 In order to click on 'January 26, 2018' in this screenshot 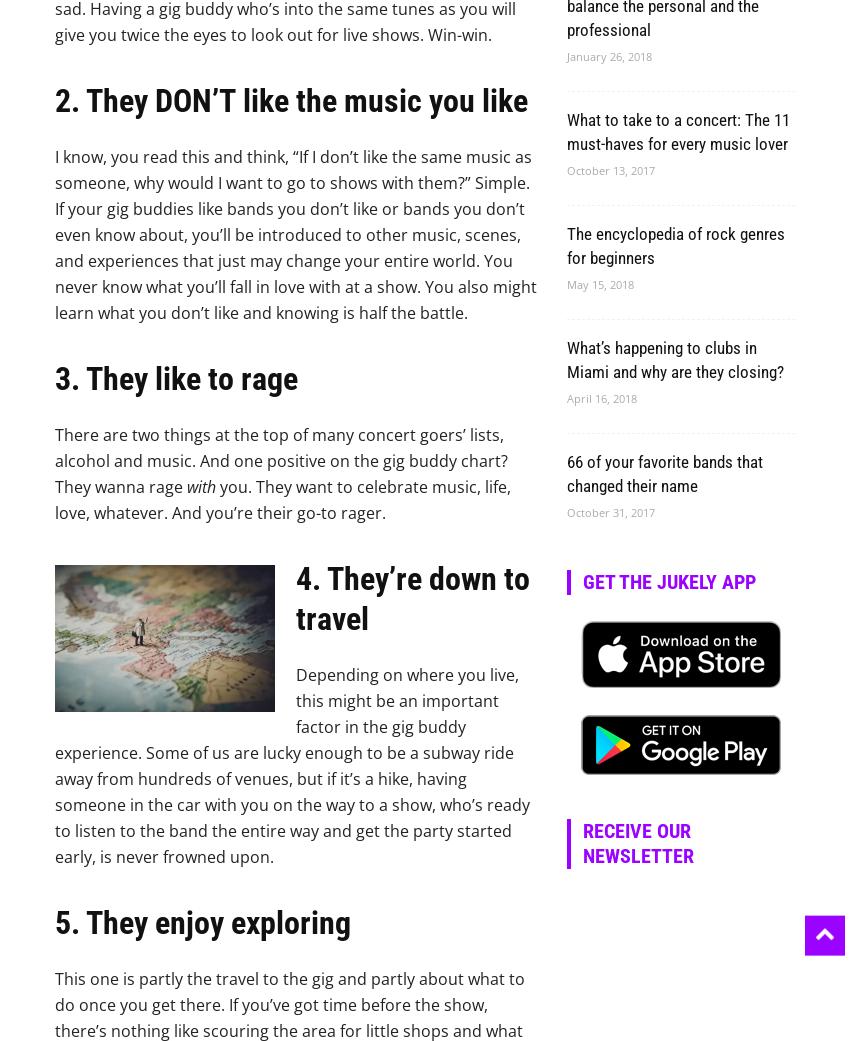, I will do `click(608, 55)`.